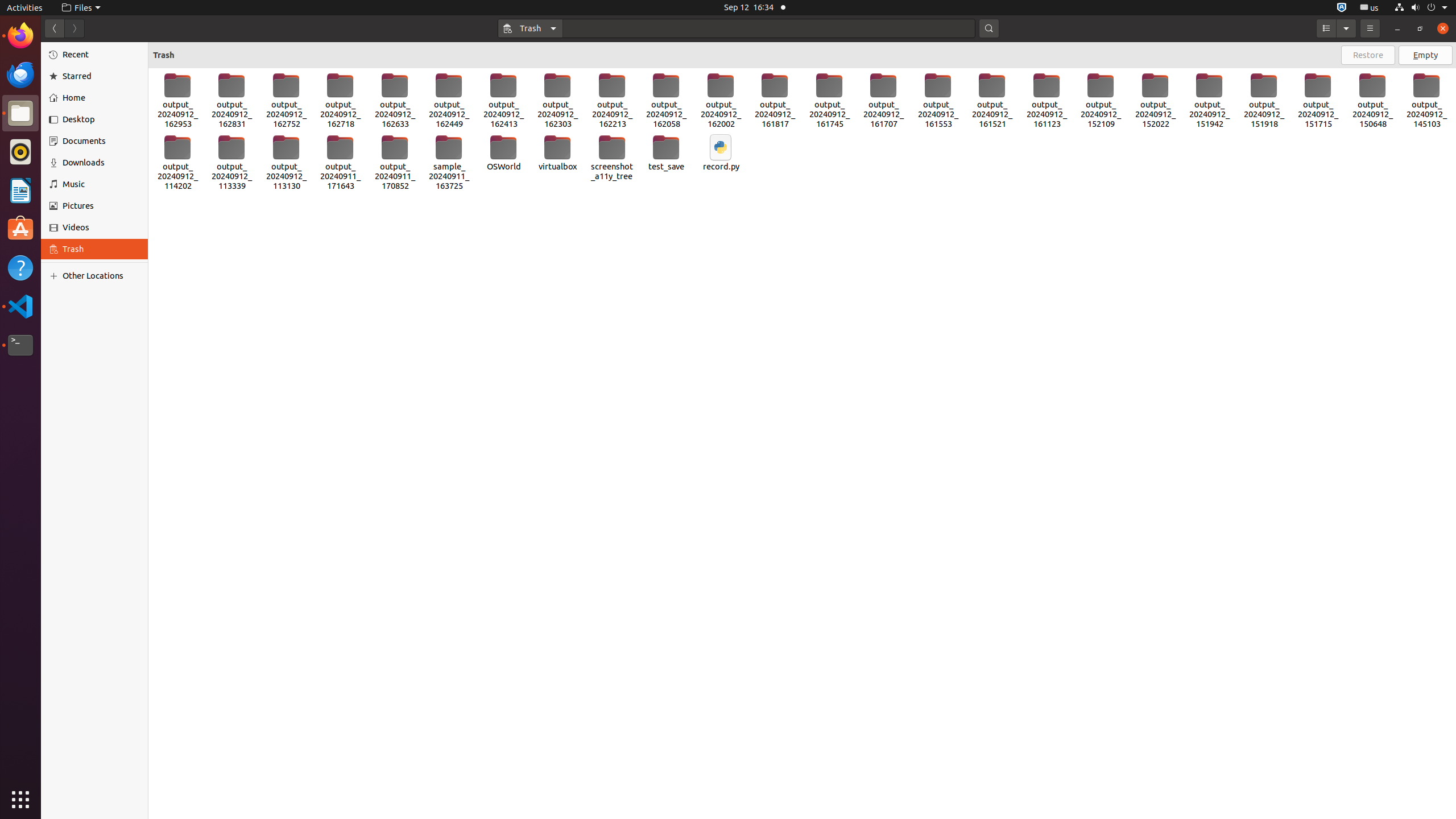 The height and width of the screenshot is (819, 1456). Describe the element at coordinates (1046, 100) in the screenshot. I see `'output_20240912_161123'` at that location.